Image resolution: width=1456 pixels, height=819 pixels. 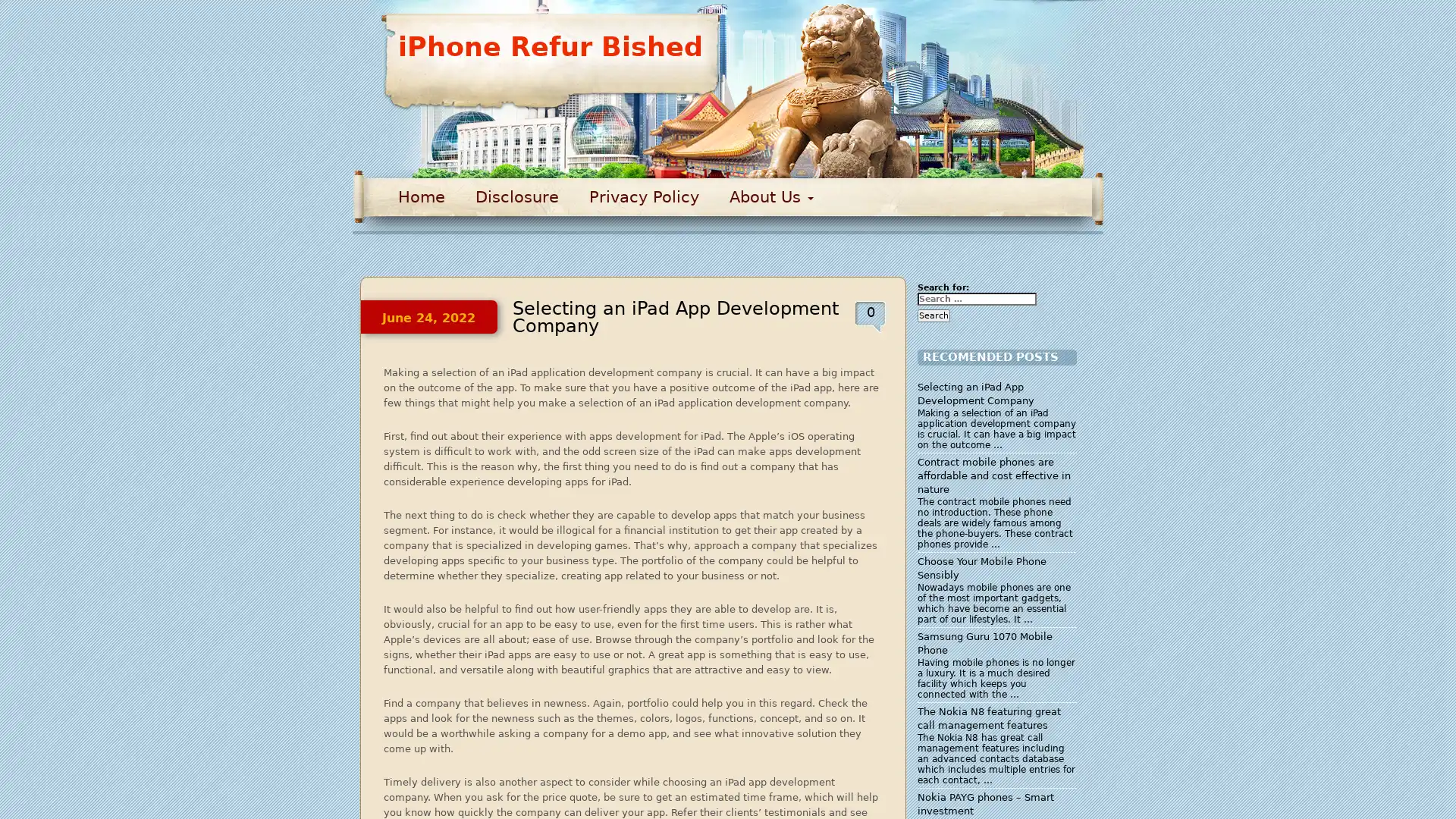 I want to click on Search, so click(x=933, y=315).